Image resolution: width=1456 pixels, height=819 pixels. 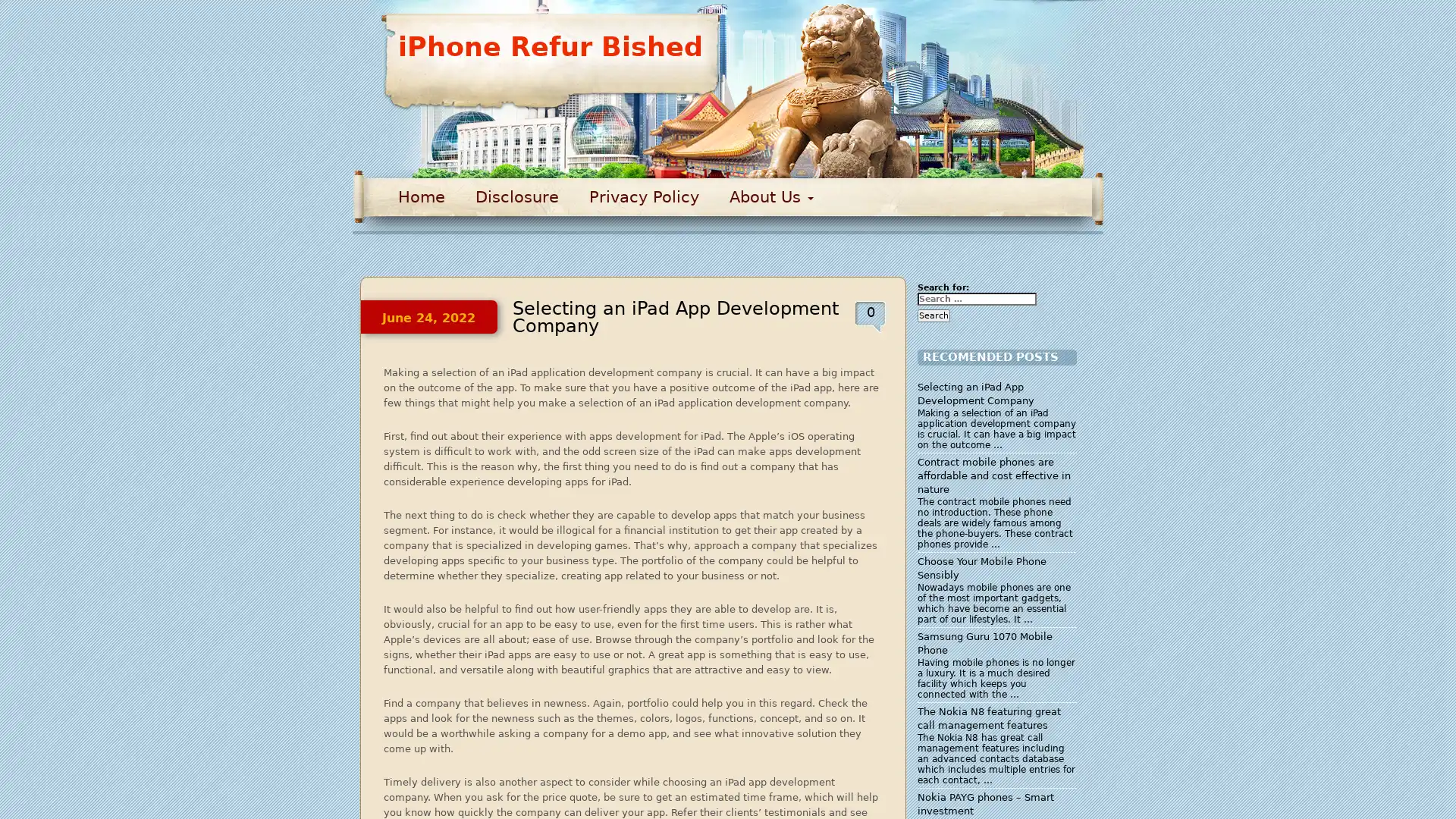 I want to click on Search, so click(x=933, y=315).